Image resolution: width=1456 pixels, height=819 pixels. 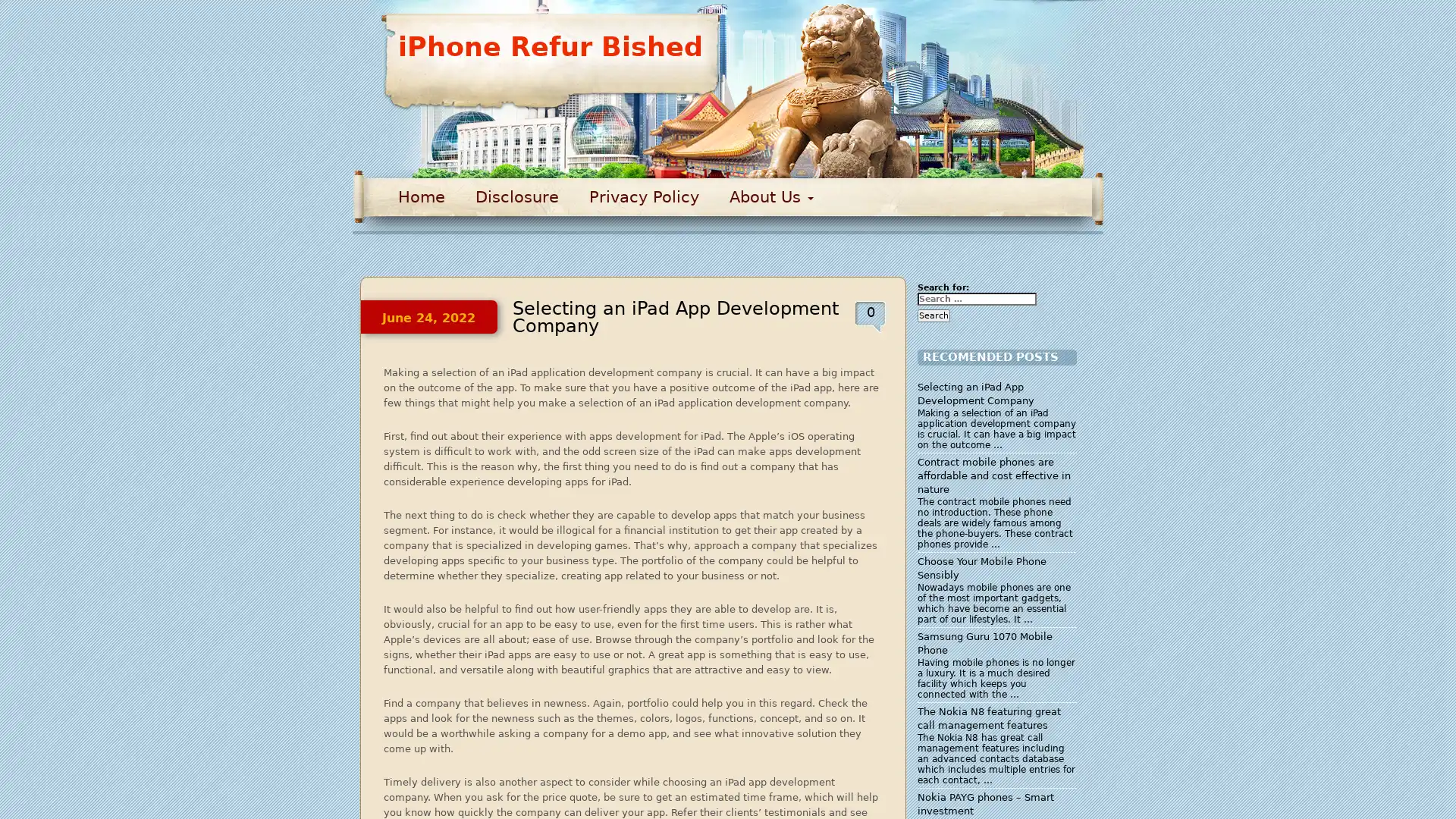 I want to click on Search, so click(x=933, y=315).